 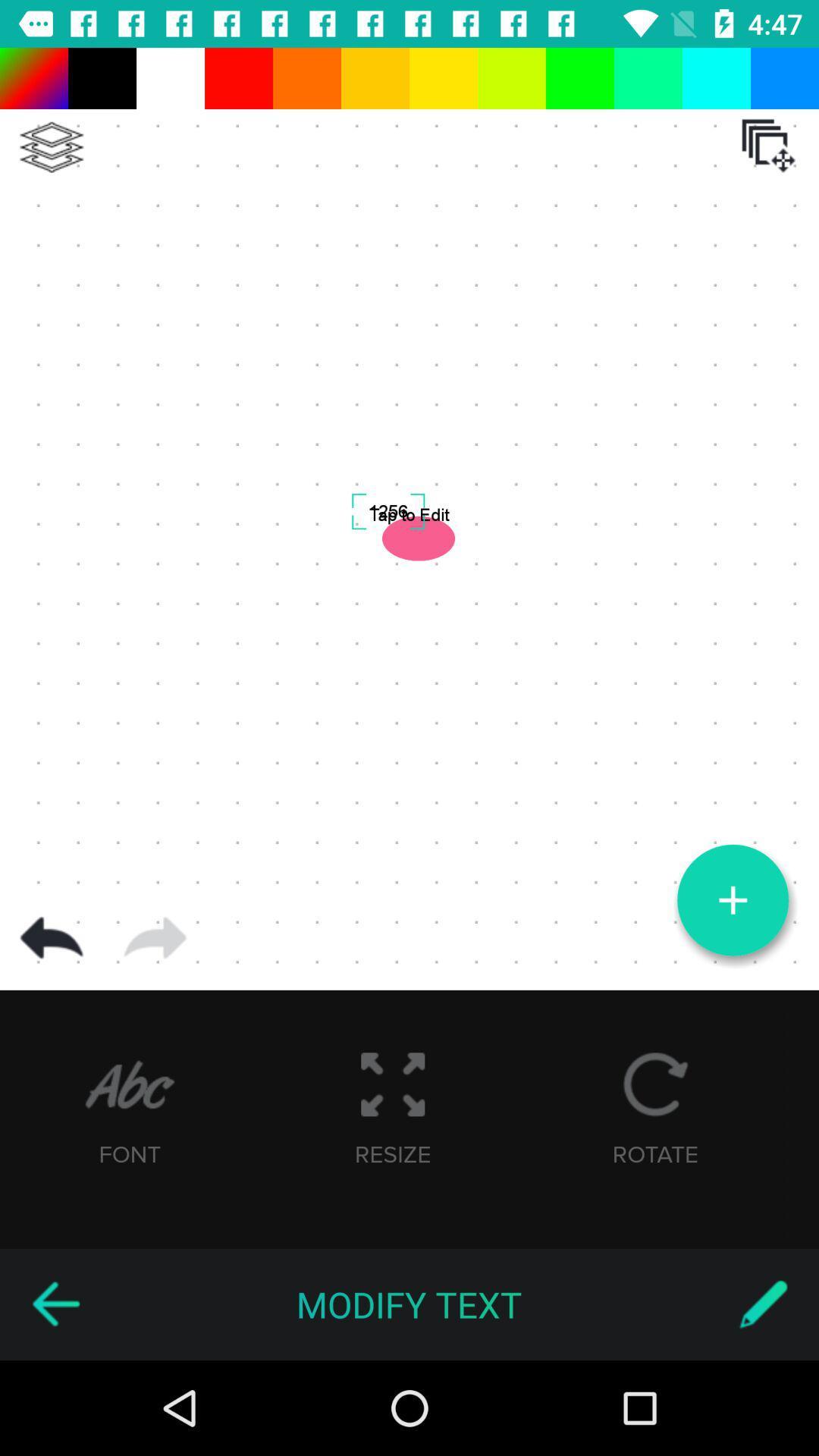 What do you see at coordinates (51, 937) in the screenshot?
I see `undo` at bounding box center [51, 937].